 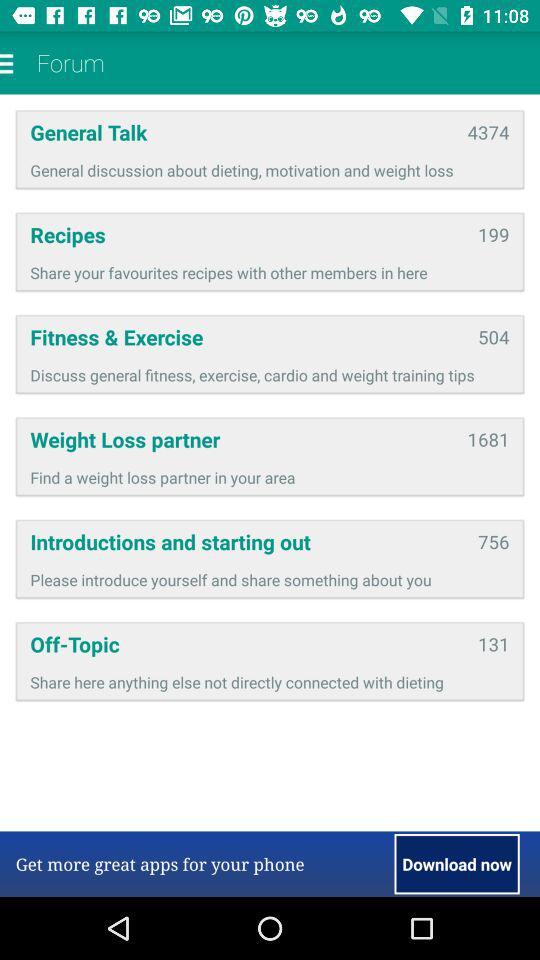 What do you see at coordinates (457, 863) in the screenshot?
I see `download now icon` at bounding box center [457, 863].